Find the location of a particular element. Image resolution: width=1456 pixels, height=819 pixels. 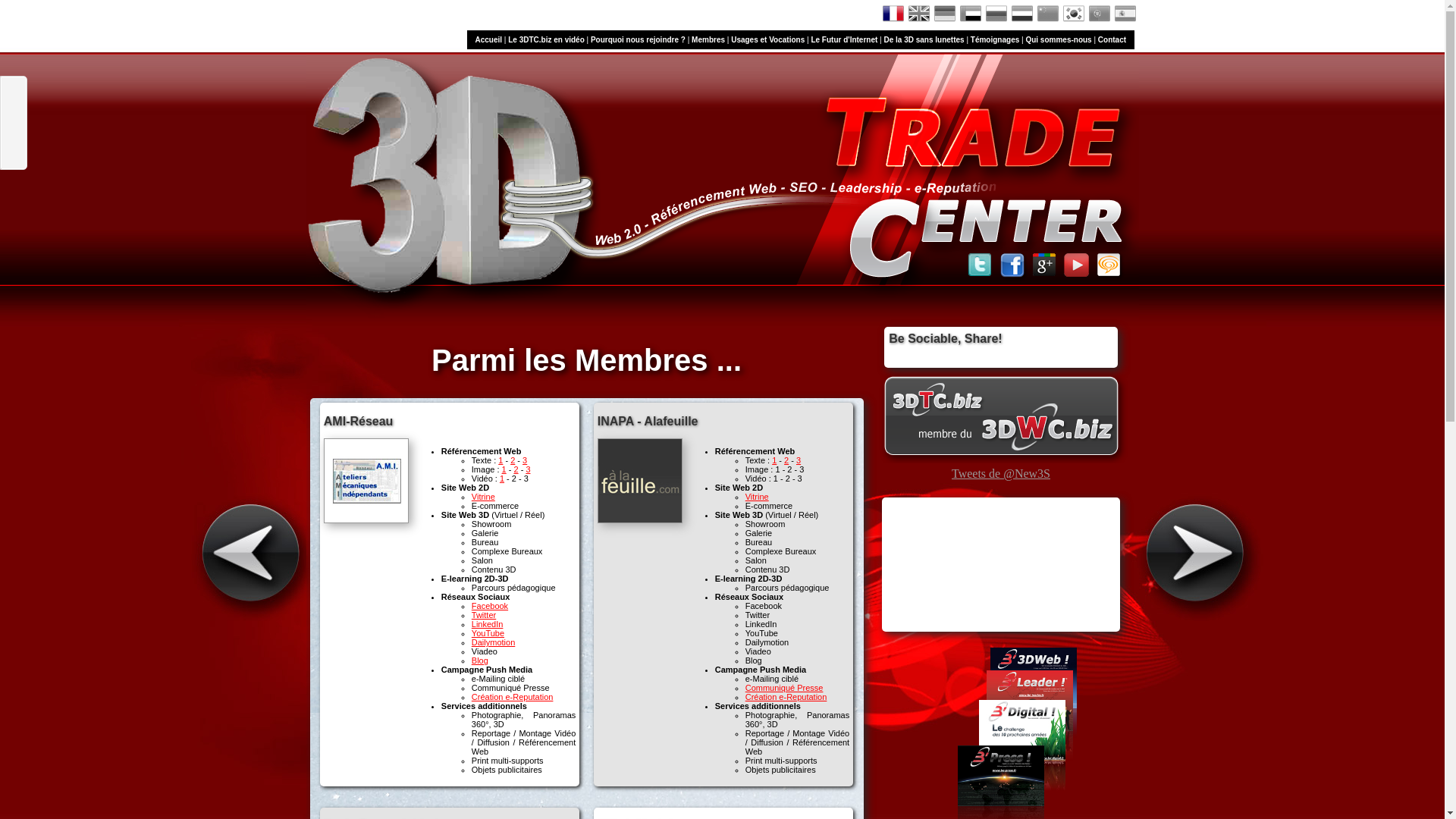

'Pourquoi nous rejoindre ?' is located at coordinates (638, 39).